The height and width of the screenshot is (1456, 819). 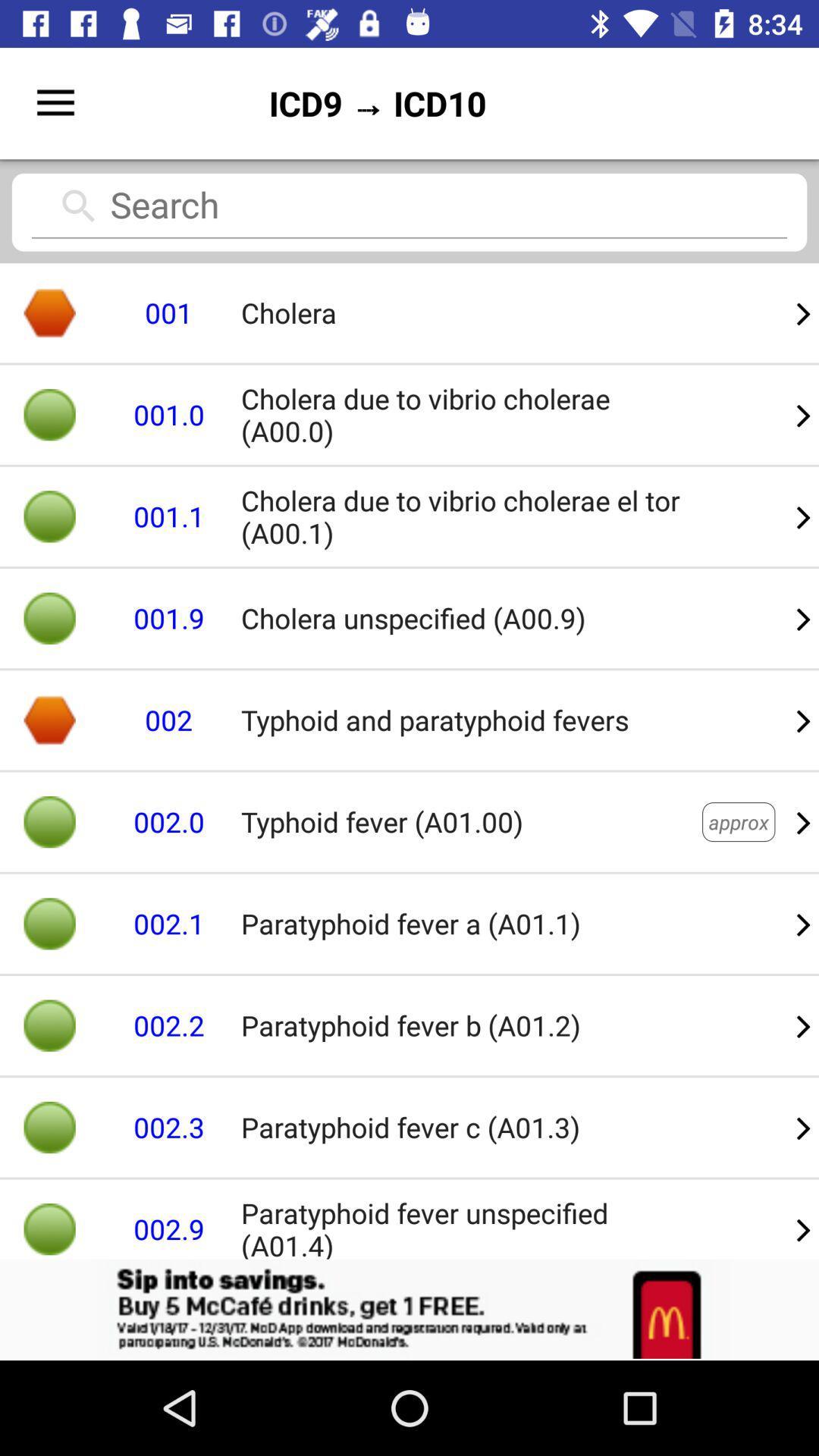 What do you see at coordinates (803, 923) in the screenshot?
I see `item to the right of the typhoid fever a01 item` at bounding box center [803, 923].